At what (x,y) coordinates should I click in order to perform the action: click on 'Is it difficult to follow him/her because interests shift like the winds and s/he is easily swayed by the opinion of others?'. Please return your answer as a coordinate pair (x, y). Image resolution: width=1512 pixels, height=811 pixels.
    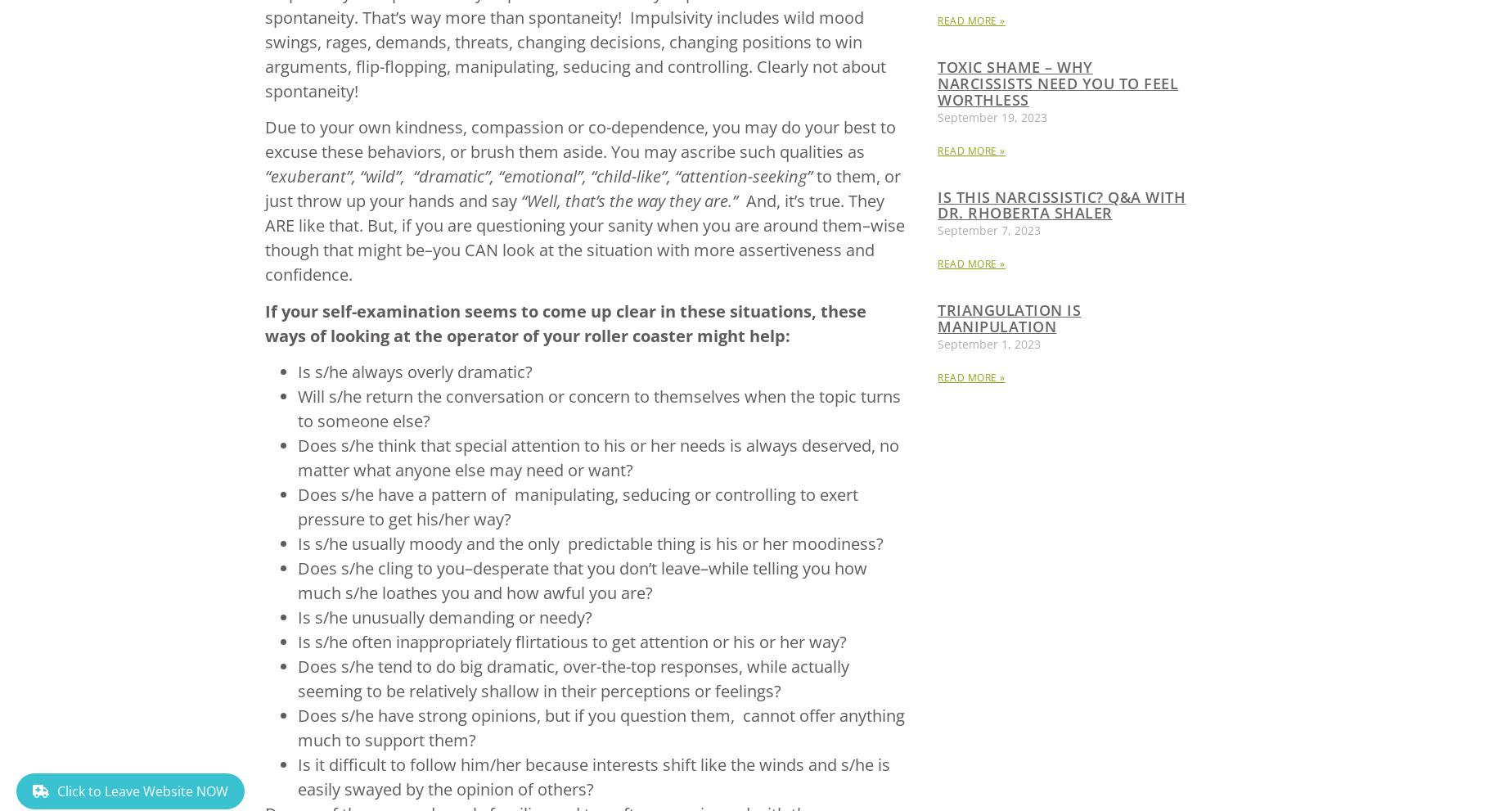
    Looking at the image, I should click on (592, 776).